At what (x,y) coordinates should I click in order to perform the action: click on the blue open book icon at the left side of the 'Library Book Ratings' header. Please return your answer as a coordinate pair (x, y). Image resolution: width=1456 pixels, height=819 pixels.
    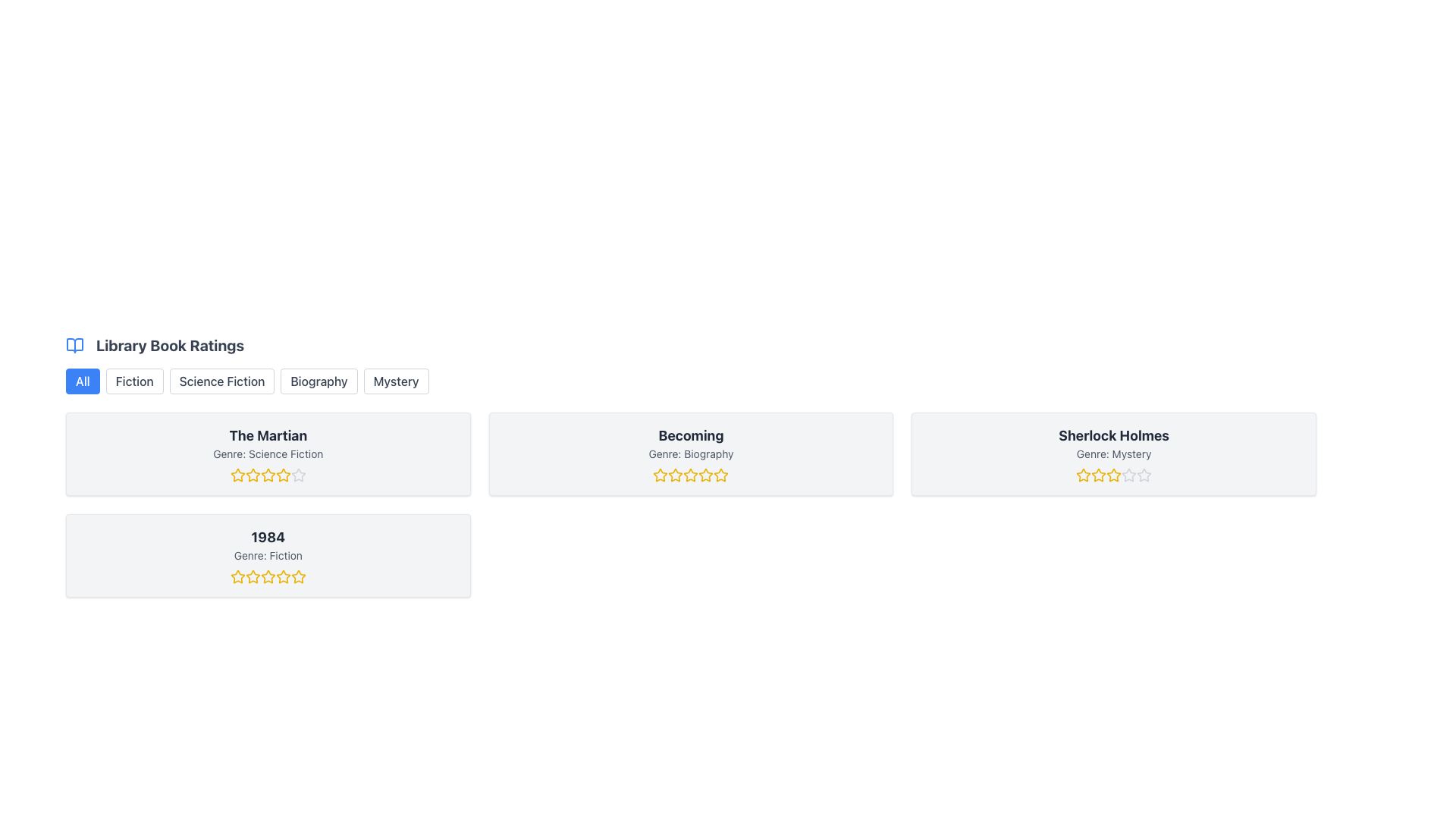
    Looking at the image, I should click on (74, 345).